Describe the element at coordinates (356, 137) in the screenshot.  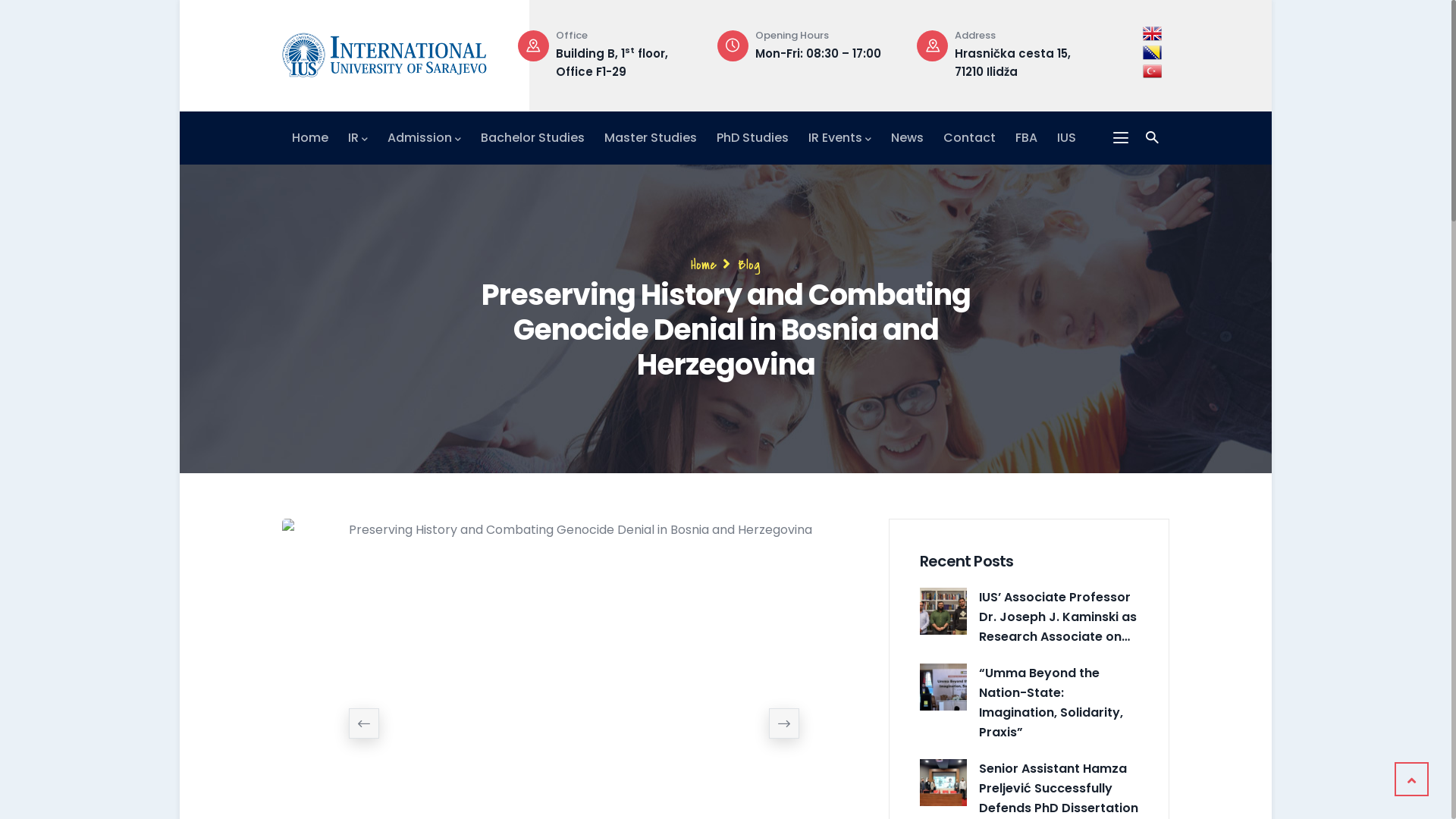
I see `'IR'` at that location.